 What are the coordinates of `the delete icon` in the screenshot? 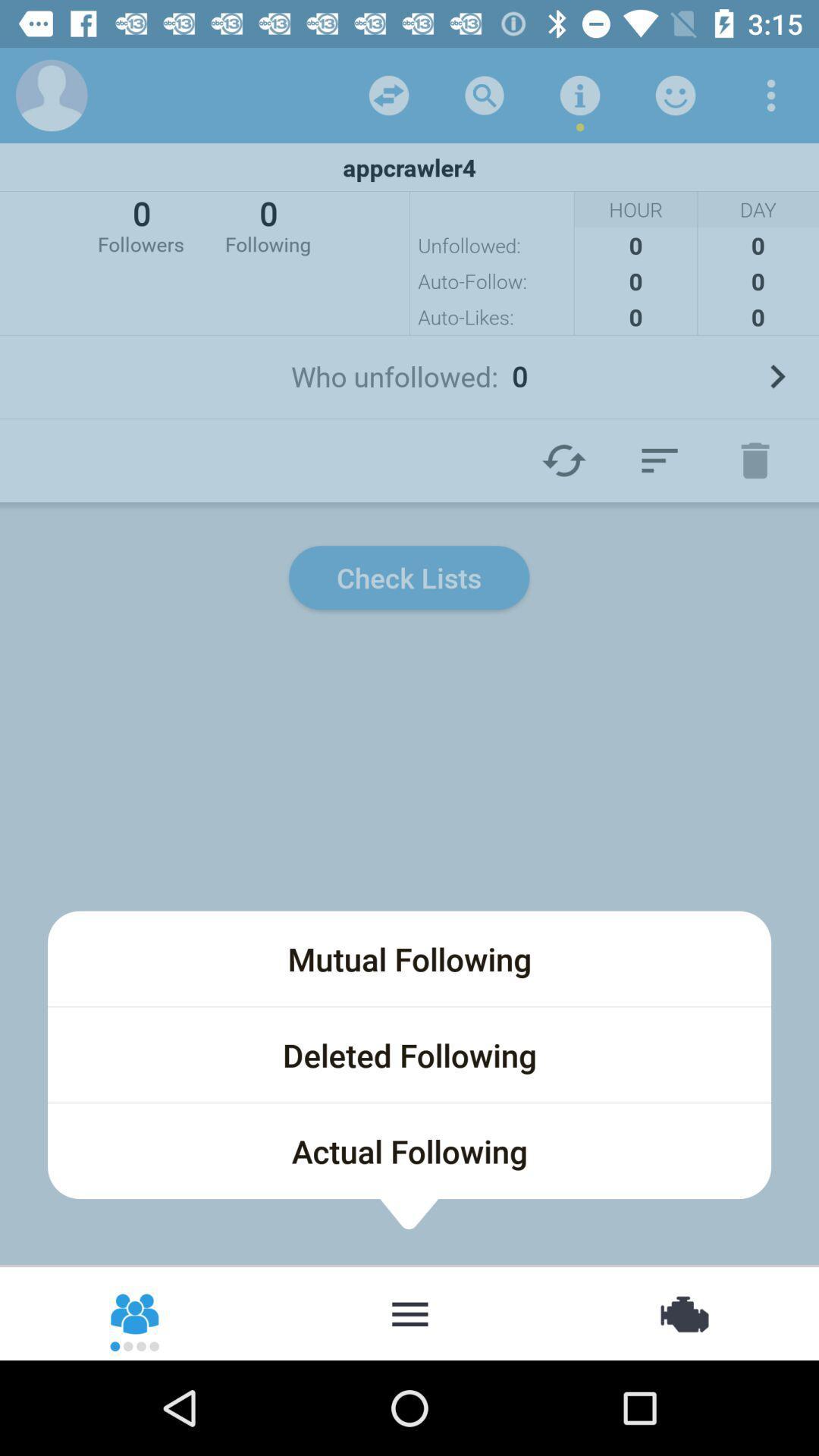 It's located at (755, 460).